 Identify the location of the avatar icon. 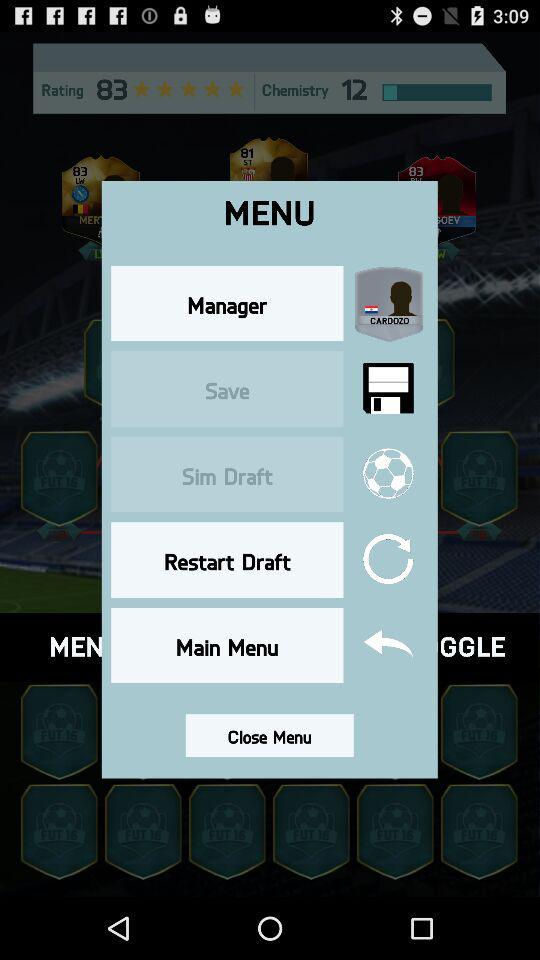
(478, 779).